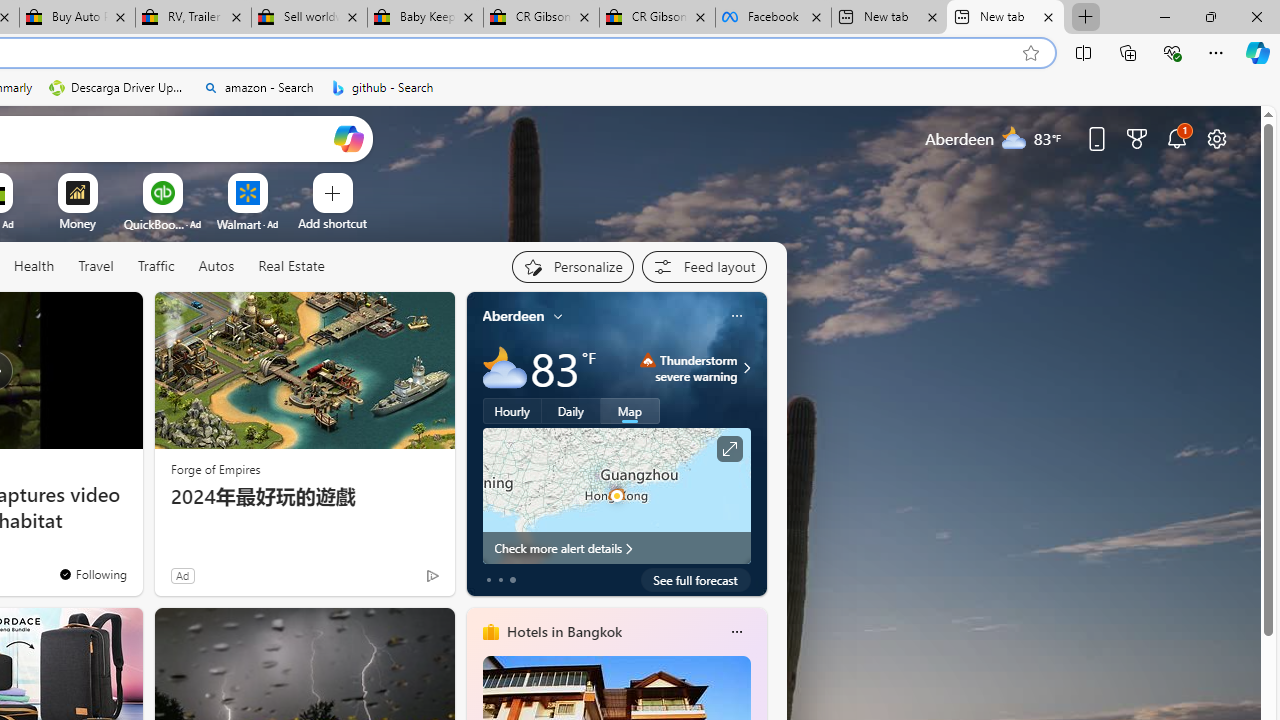  Describe the element at coordinates (772, 17) in the screenshot. I see `'Facebook'` at that location.